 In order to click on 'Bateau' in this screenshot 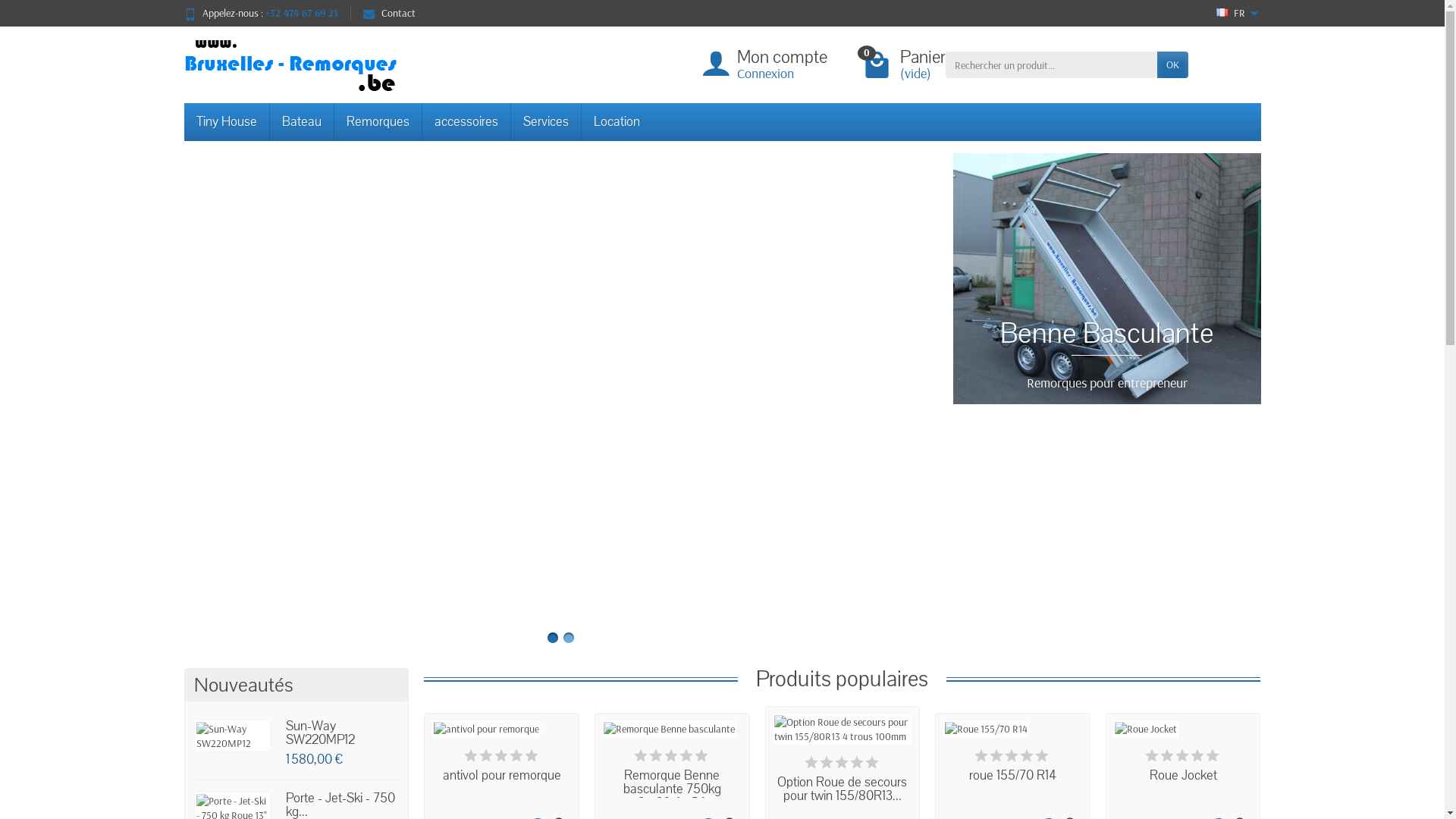, I will do `click(269, 121)`.